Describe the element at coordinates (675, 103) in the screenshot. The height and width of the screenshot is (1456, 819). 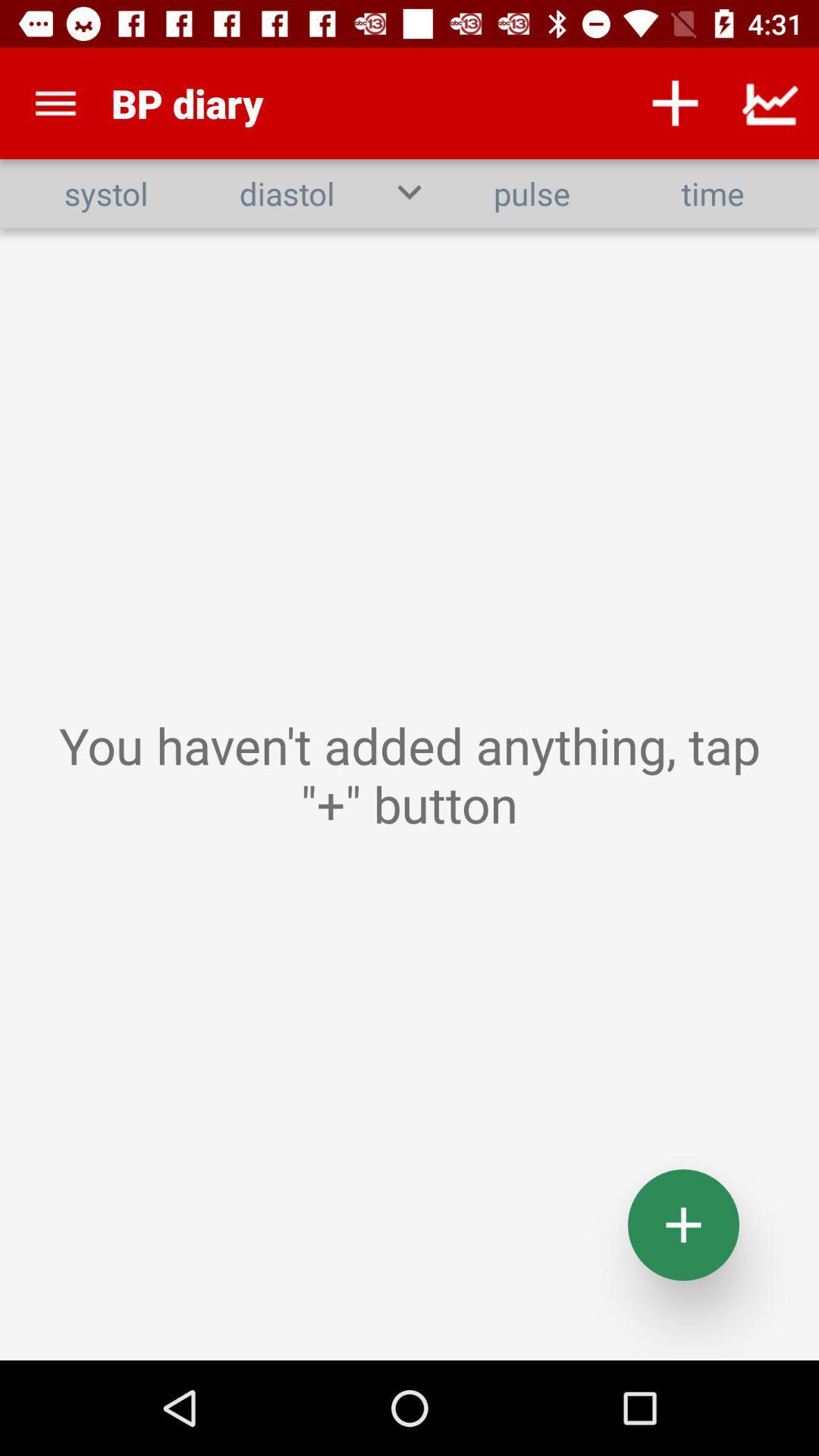
I see `the first icon which is right to the text bp diary` at that location.